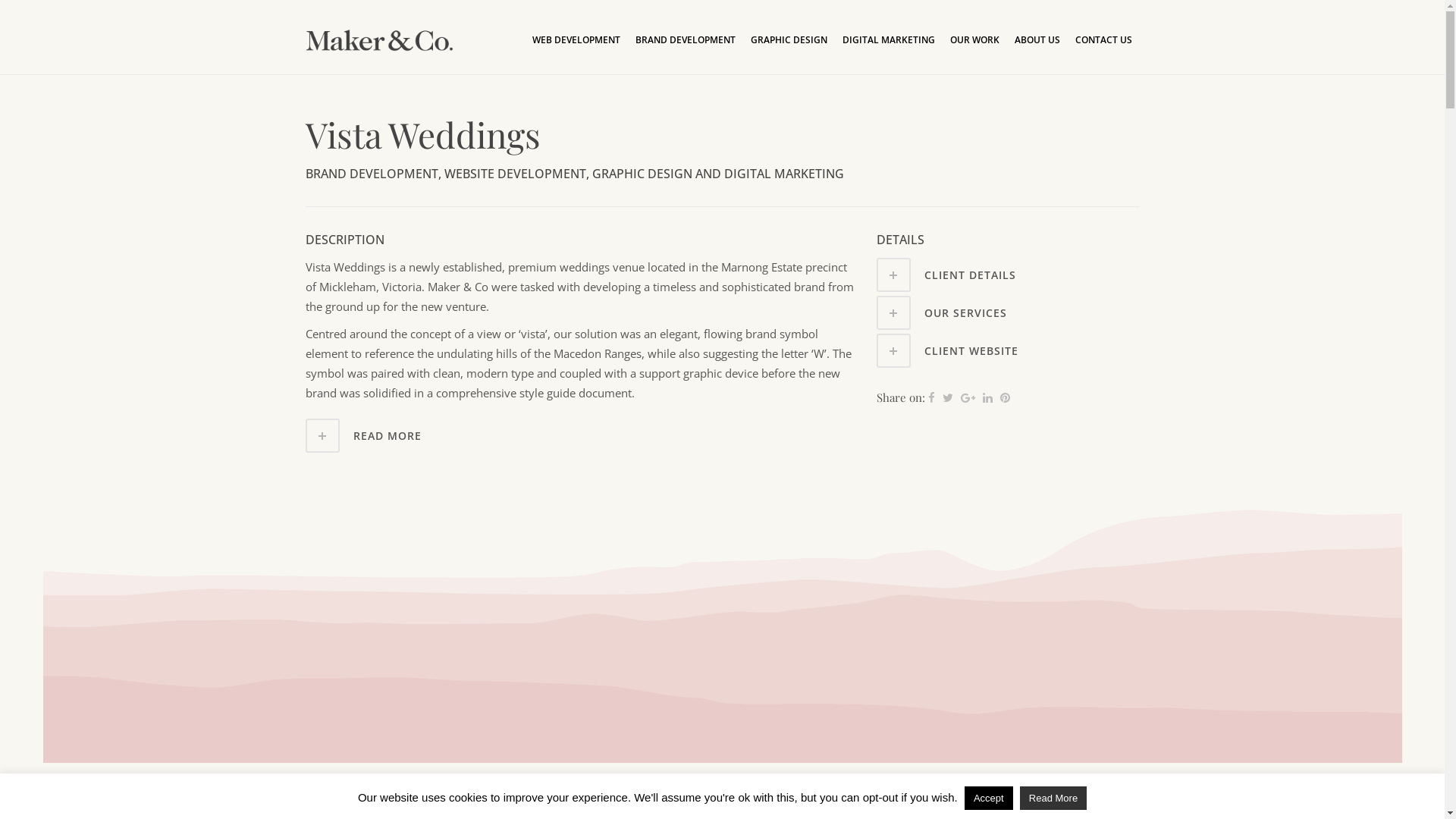 The width and height of the screenshot is (1456, 819). What do you see at coordinates (575, 39) in the screenshot?
I see `'WEB DEVELOPMENT'` at bounding box center [575, 39].